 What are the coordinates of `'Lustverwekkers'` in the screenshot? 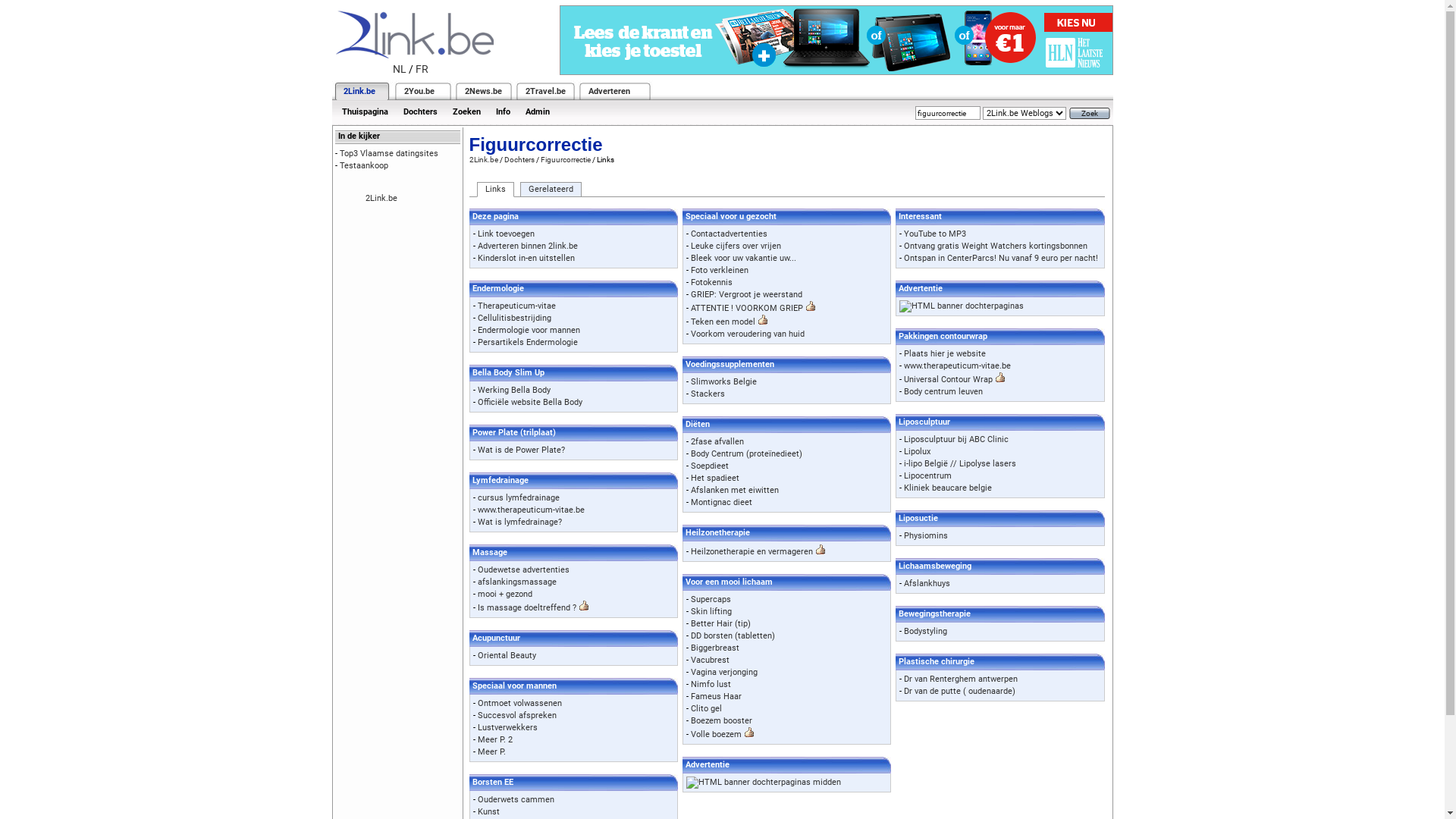 It's located at (476, 726).